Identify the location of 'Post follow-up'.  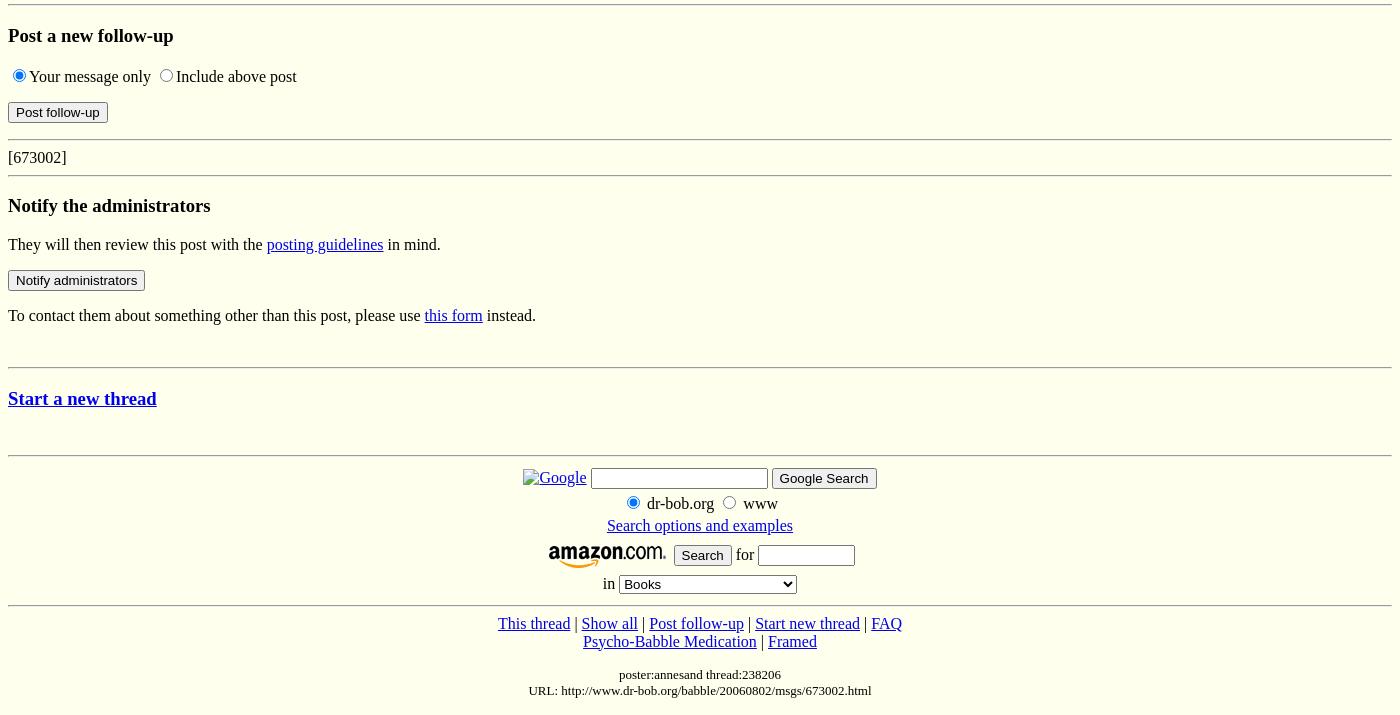
(649, 622).